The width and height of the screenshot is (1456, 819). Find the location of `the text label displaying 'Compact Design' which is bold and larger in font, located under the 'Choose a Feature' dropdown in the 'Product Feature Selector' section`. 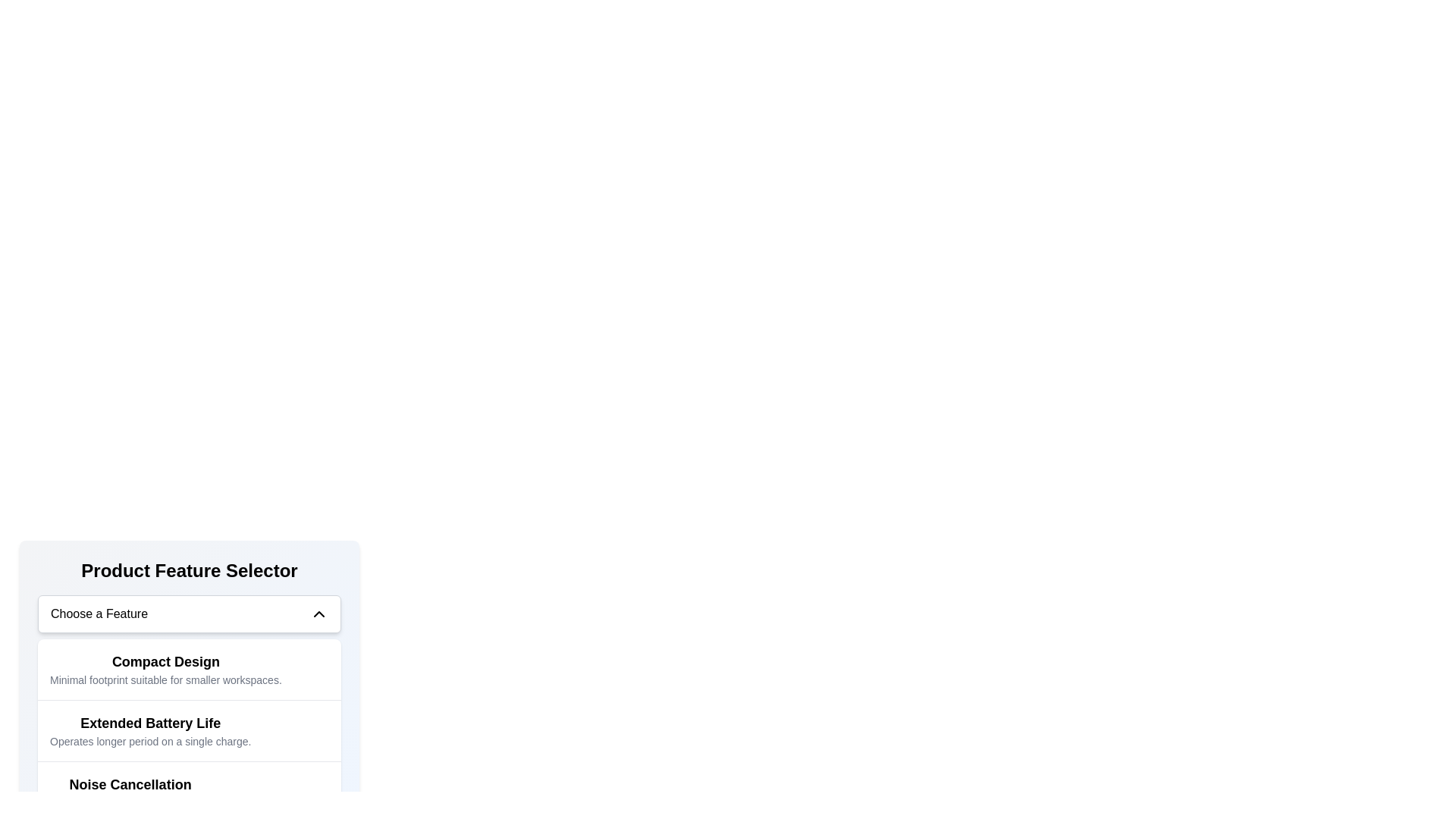

the text label displaying 'Compact Design' which is bold and larger in font, located under the 'Choose a Feature' dropdown in the 'Product Feature Selector' section is located at coordinates (165, 661).